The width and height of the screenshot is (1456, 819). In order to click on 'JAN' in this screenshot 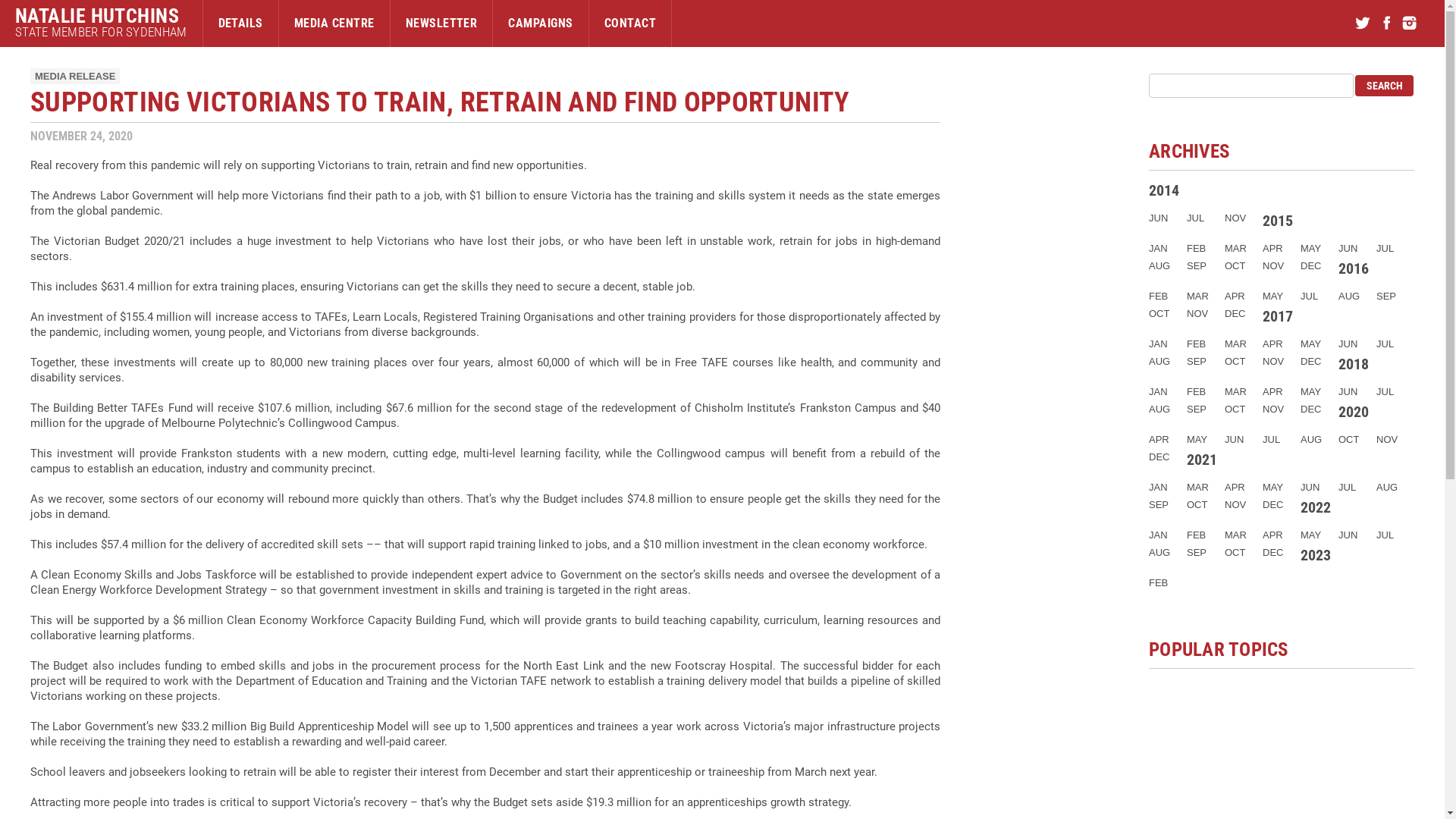, I will do `click(1157, 247)`.